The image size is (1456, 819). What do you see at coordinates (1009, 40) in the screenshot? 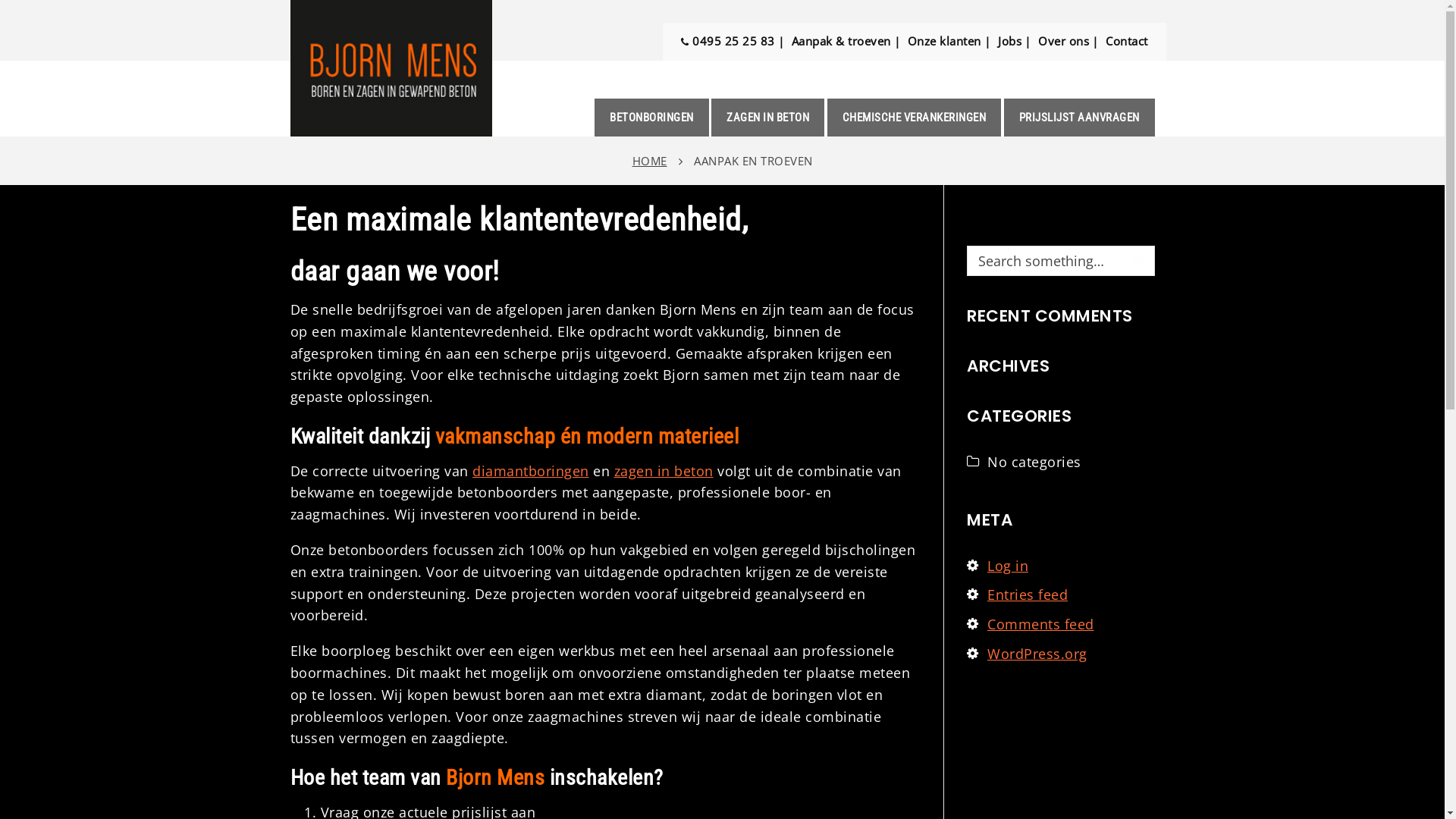
I see `'Jobs'` at bounding box center [1009, 40].